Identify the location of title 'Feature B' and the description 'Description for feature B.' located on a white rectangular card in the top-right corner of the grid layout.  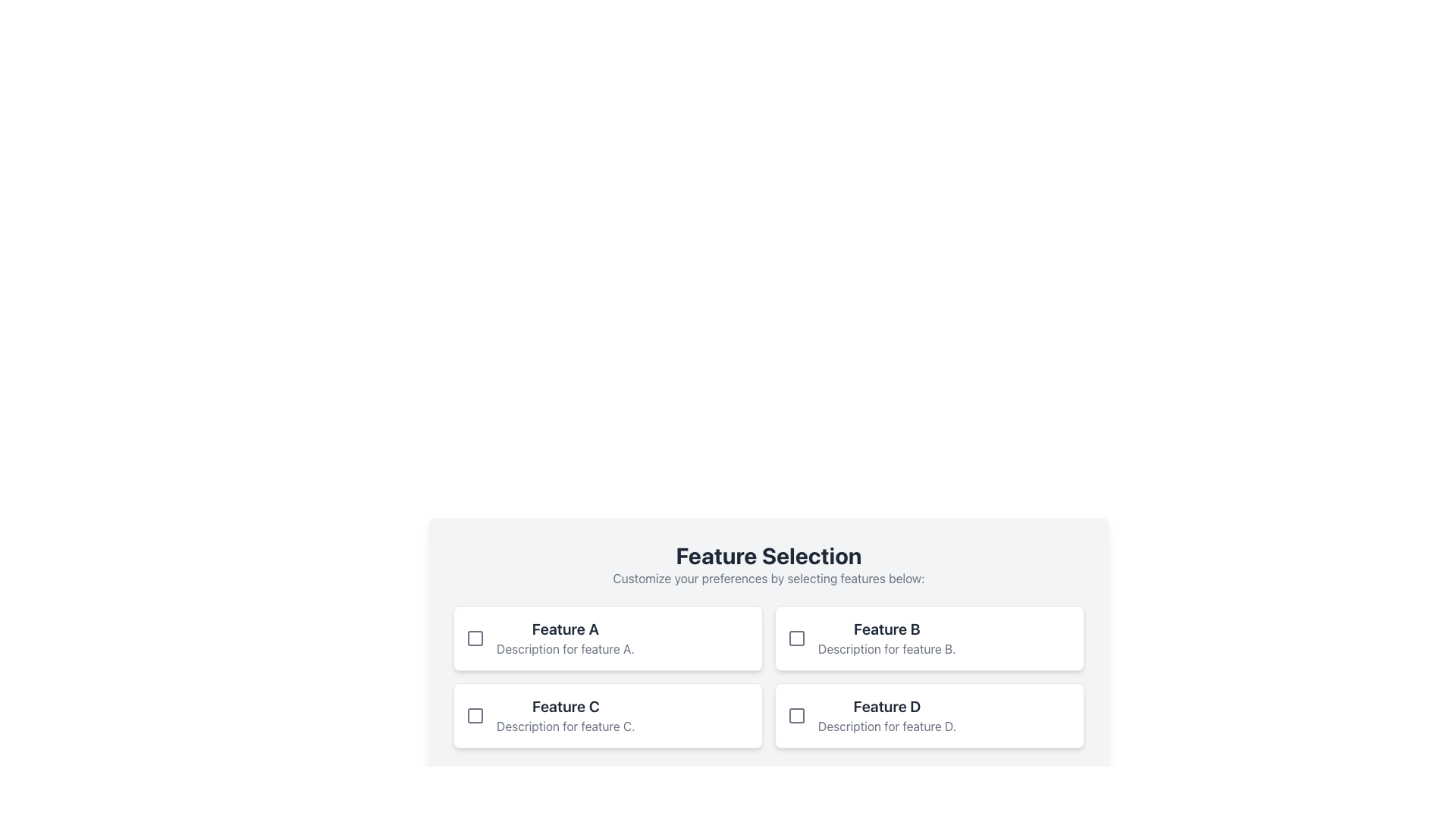
(928, 638).